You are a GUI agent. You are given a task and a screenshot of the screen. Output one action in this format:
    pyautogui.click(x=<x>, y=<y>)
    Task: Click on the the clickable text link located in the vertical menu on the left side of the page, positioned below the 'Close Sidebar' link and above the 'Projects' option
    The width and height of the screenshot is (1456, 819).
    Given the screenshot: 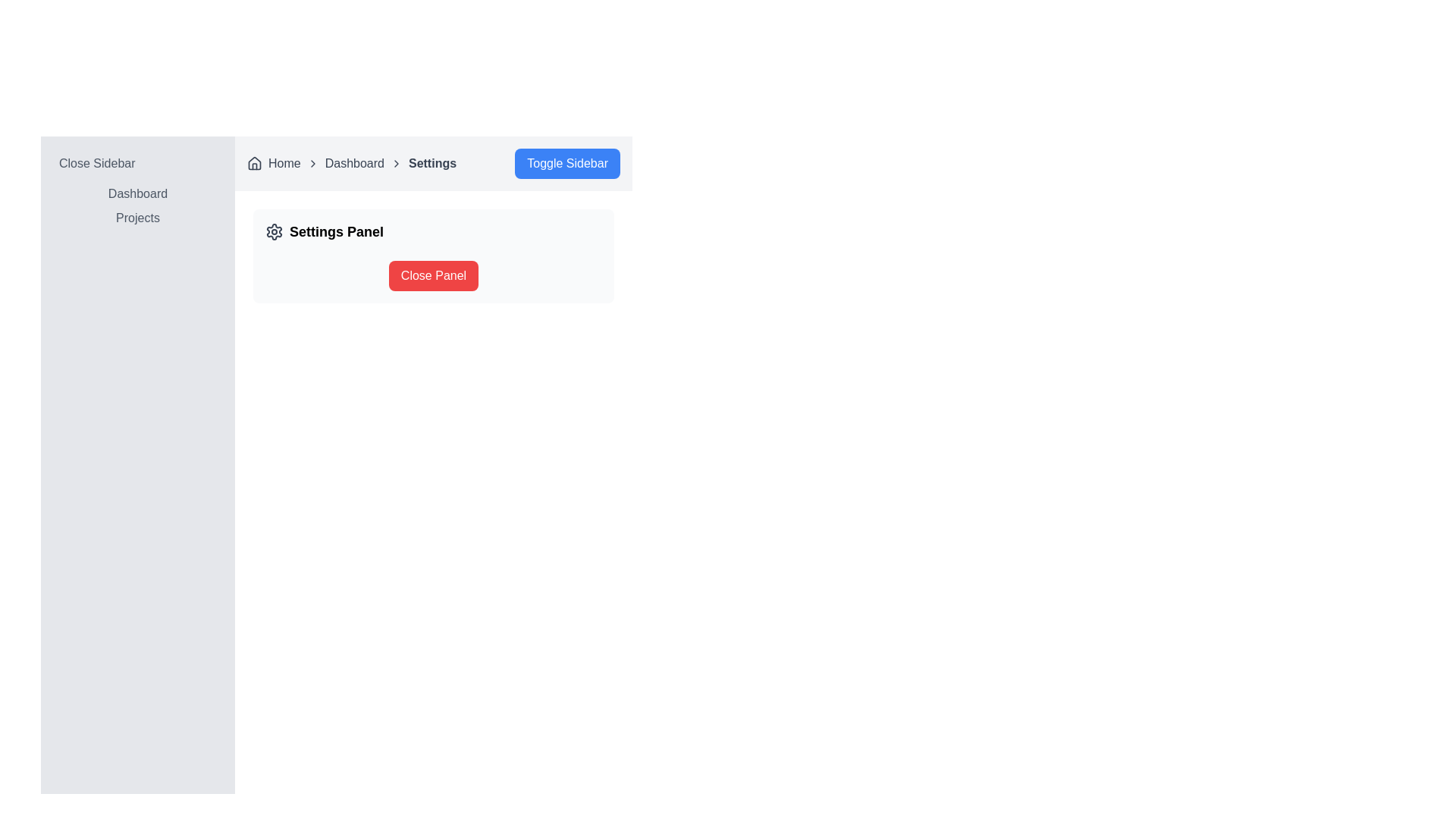 What is the action you would take?
    pyautogui.click(x=138, y=192)
    